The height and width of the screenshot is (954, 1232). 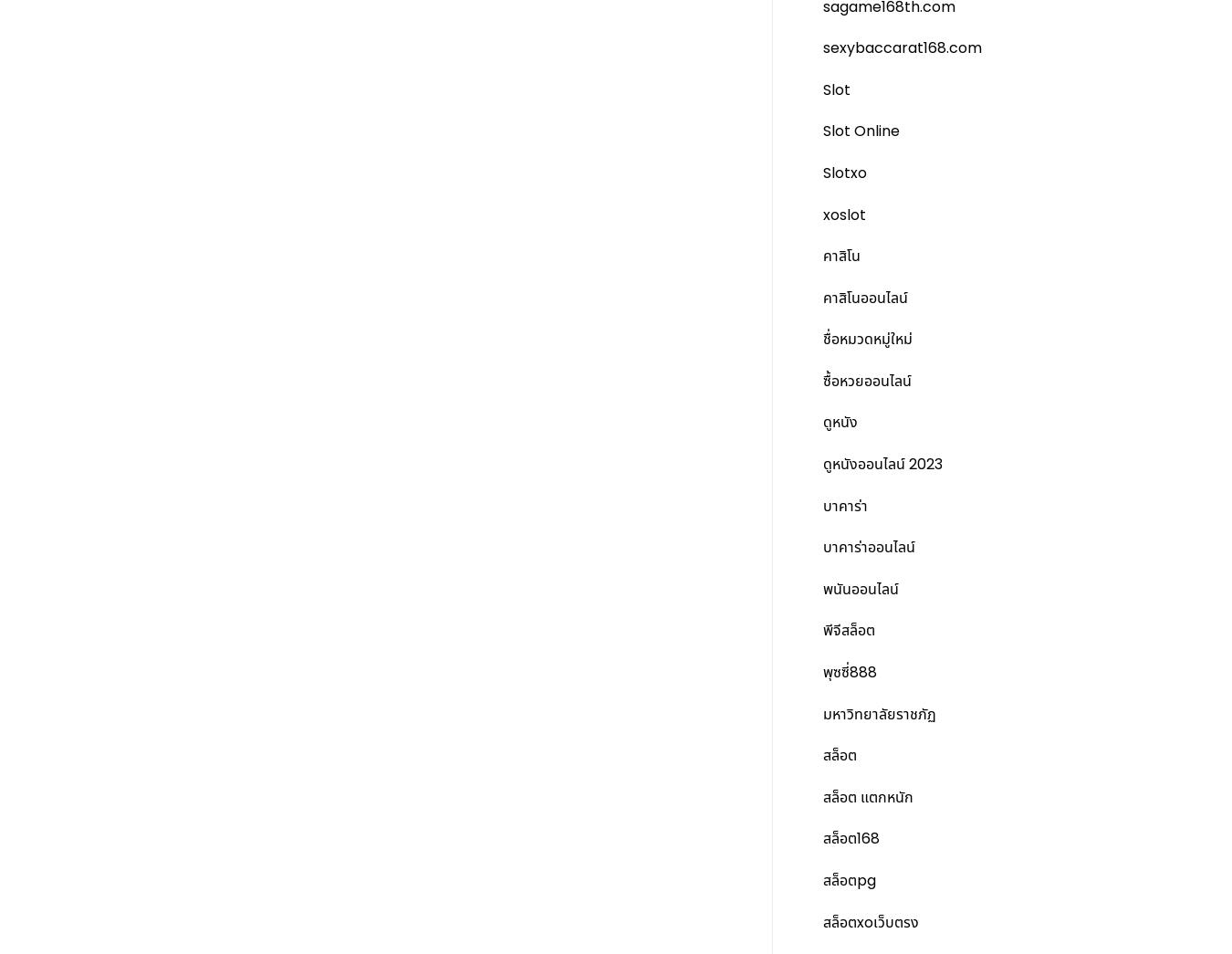 What do you see at coordinates (861, 130) in the screenshot?
I see `'Slot Online'` at bounding box center [861, 130].